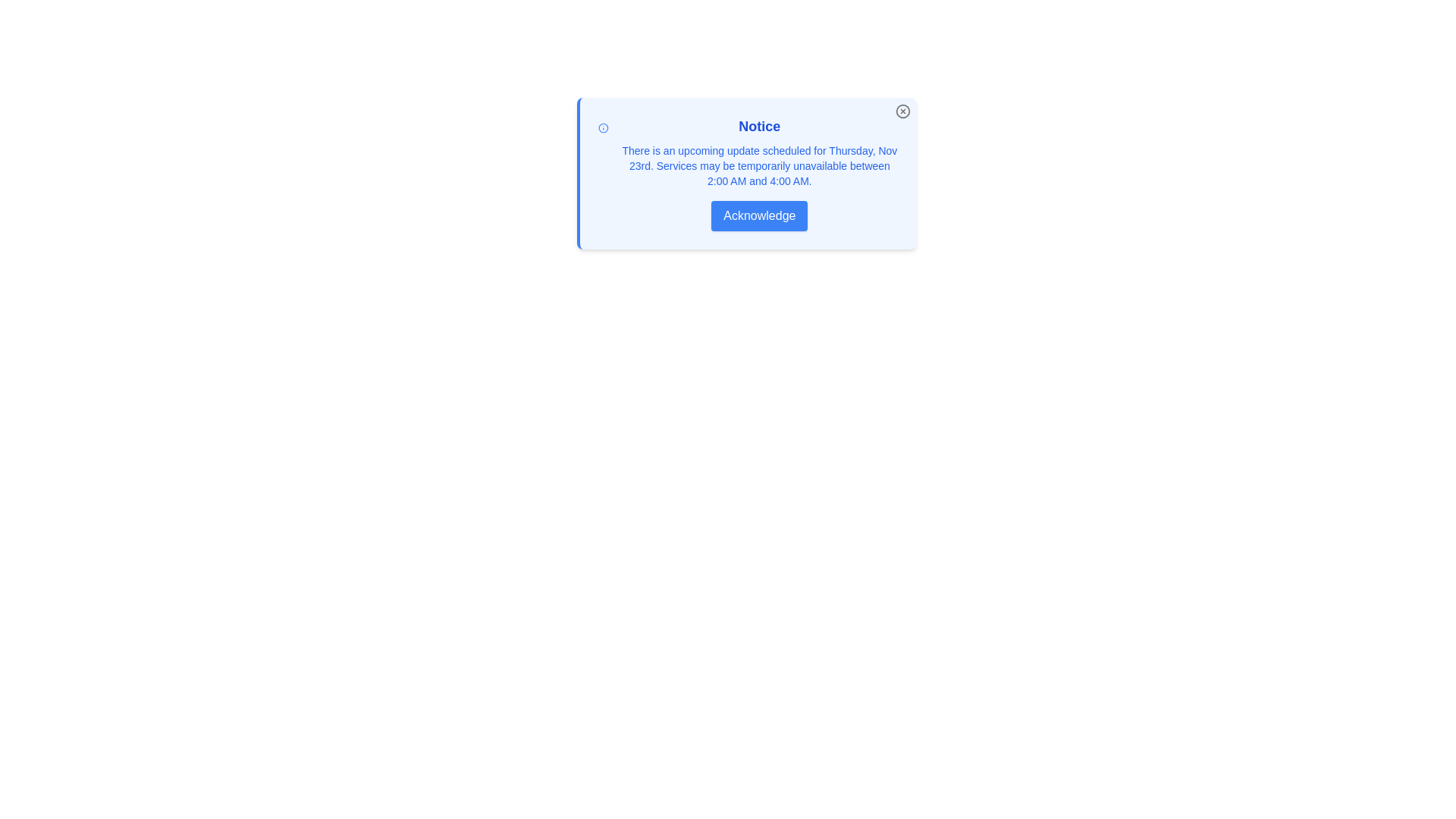  I want to click on the Text label, which serves as the headline for the notification and is positioned at the top of the notification element, so click(759, 125).